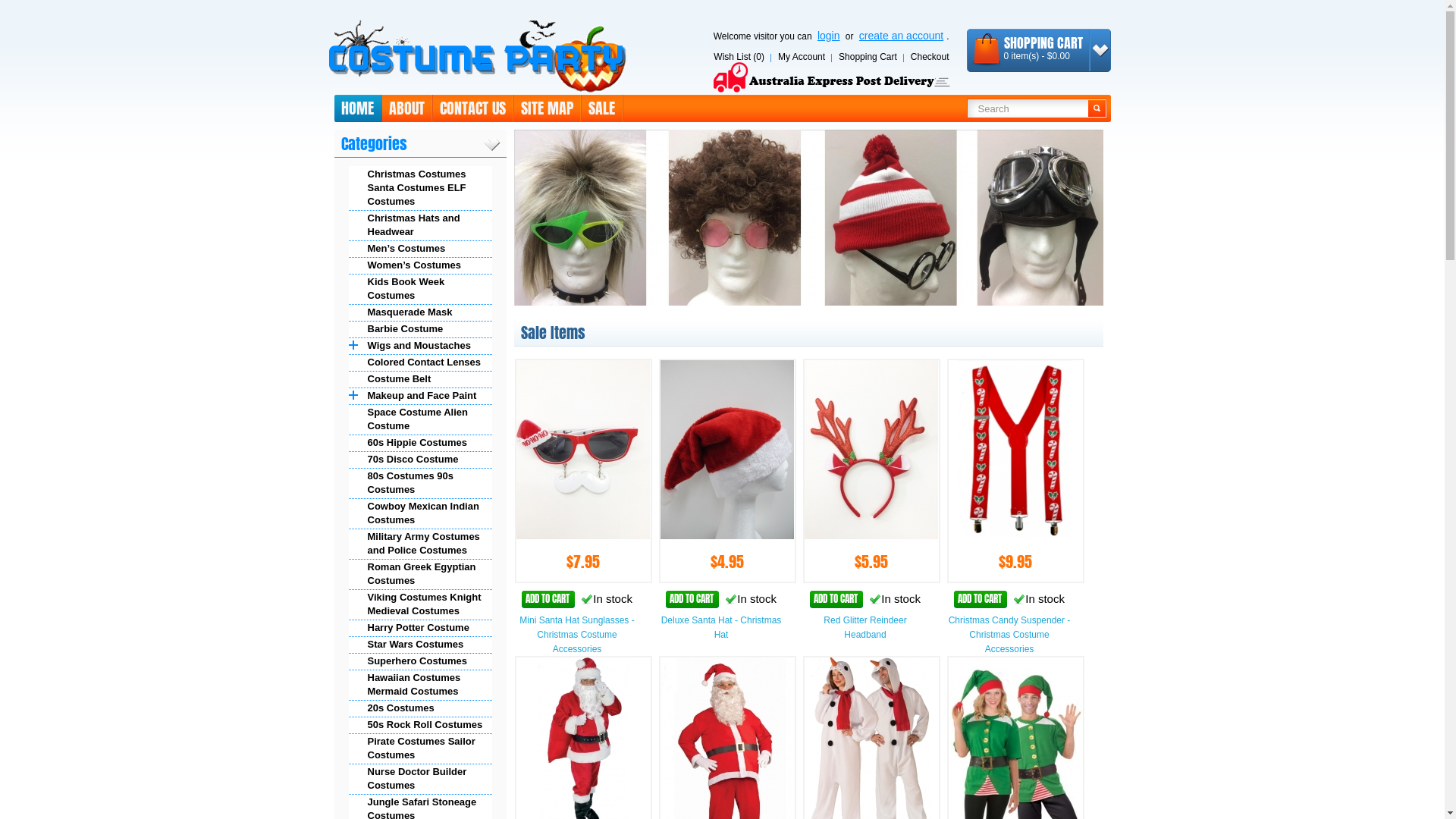 The image size is (1456, 819). What do you see at coordinates (356, 107) in the screenshot?
I see `'HOME'` at bounding box center [356, 107].